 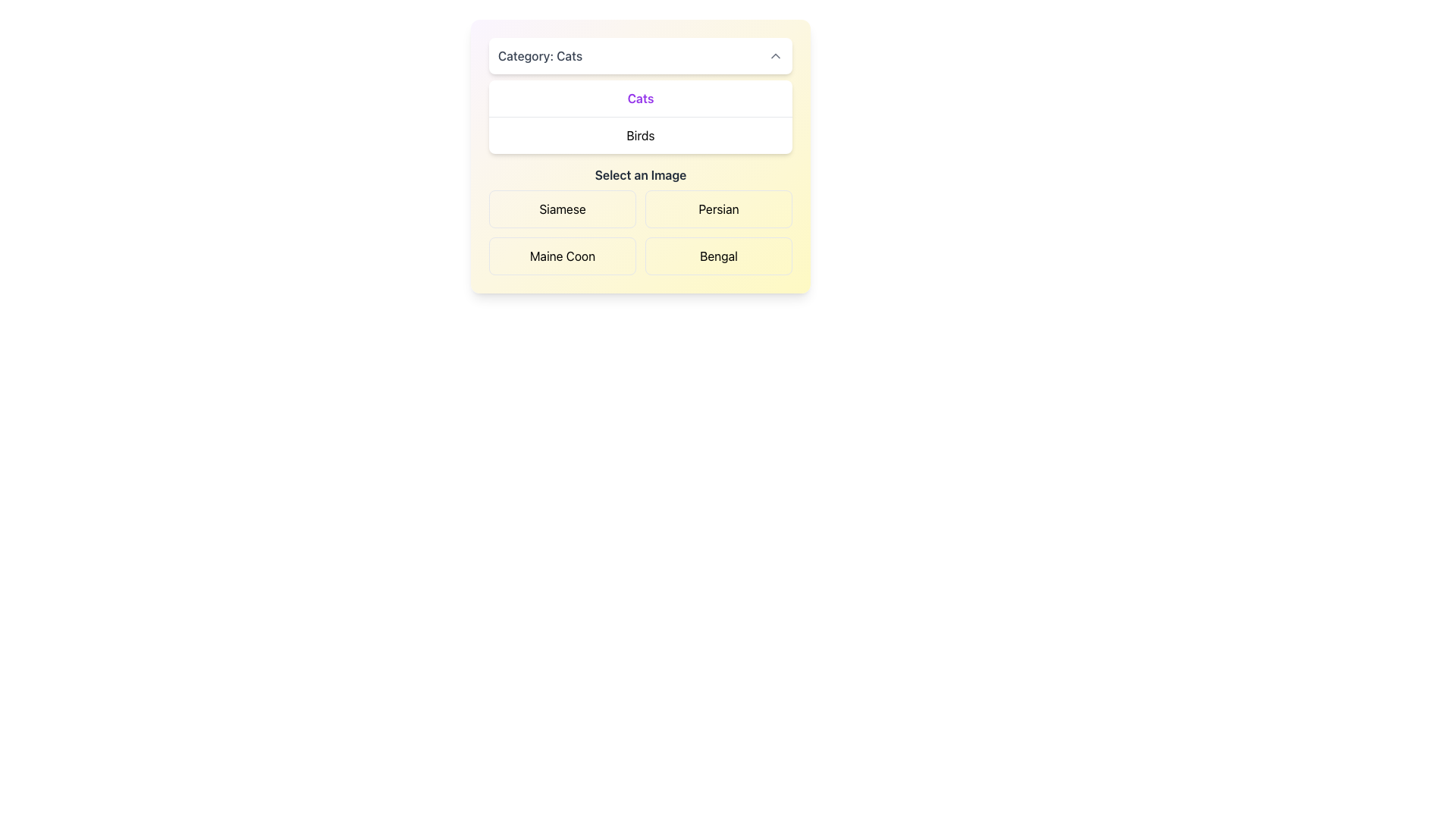 I want to click on the 'Persian' button, which is a rectangular button with rounded corners and a light beige background, located in the top-right cell of a 2x2 grid under the label 'Select an Image', so click(x=718, y=209).